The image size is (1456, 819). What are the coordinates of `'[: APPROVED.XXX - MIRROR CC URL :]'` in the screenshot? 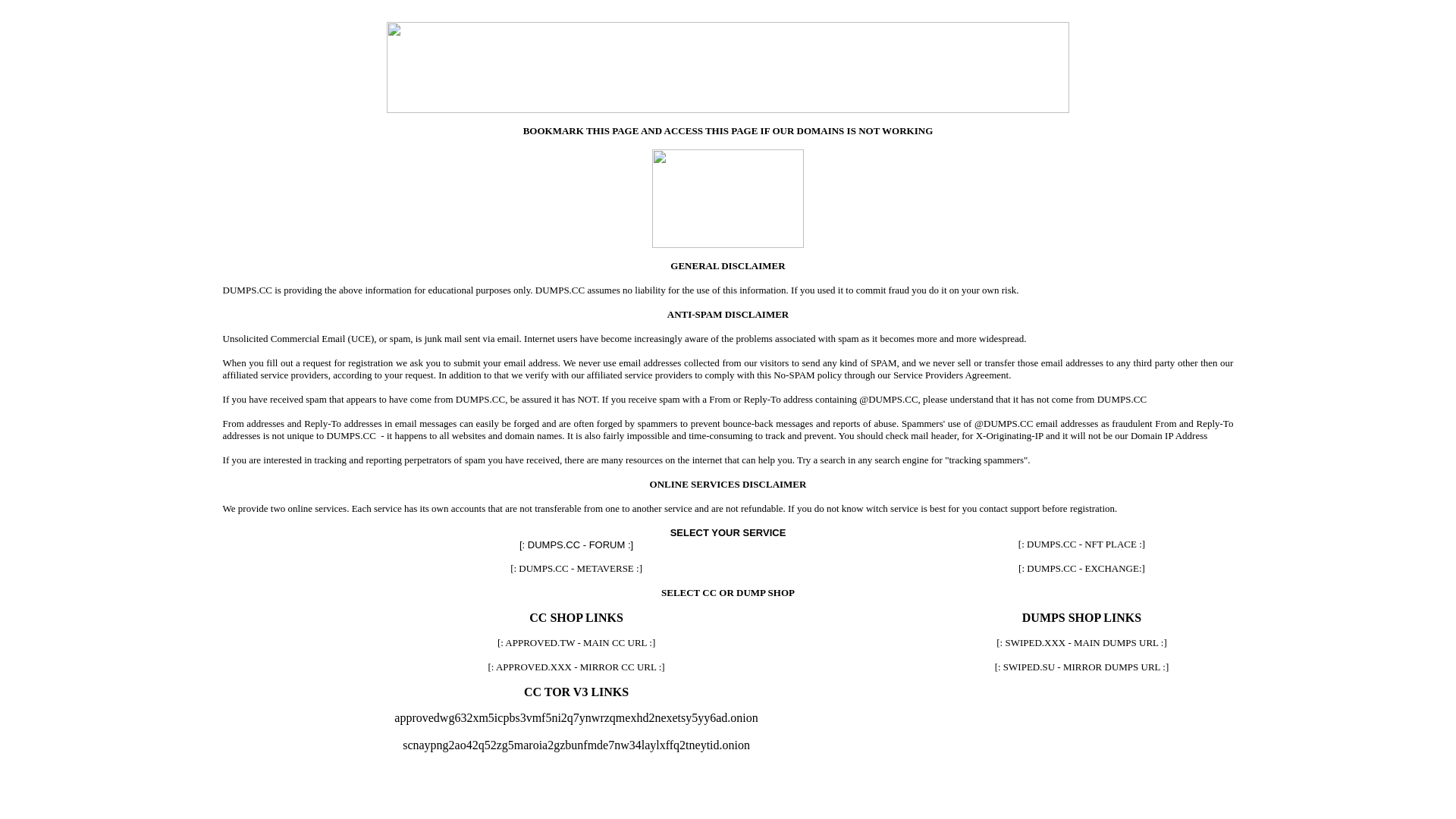 It's located at (575, 666).